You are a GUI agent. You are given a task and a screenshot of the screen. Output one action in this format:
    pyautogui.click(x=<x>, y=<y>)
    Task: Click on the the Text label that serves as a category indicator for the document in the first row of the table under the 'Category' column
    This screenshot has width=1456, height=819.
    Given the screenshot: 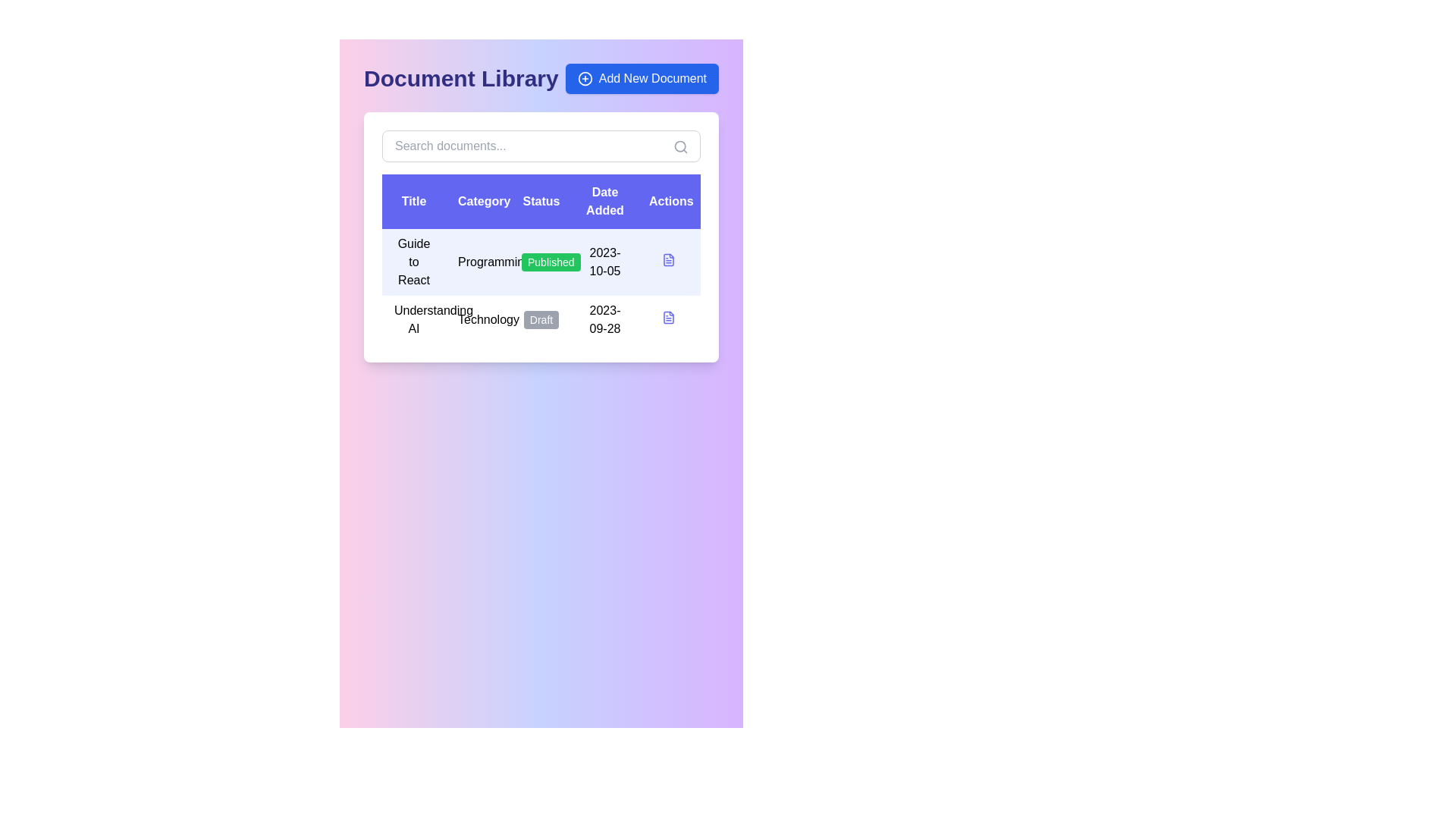 What is the action you would take?
    pyautogui.click(x=476, y=262)
    